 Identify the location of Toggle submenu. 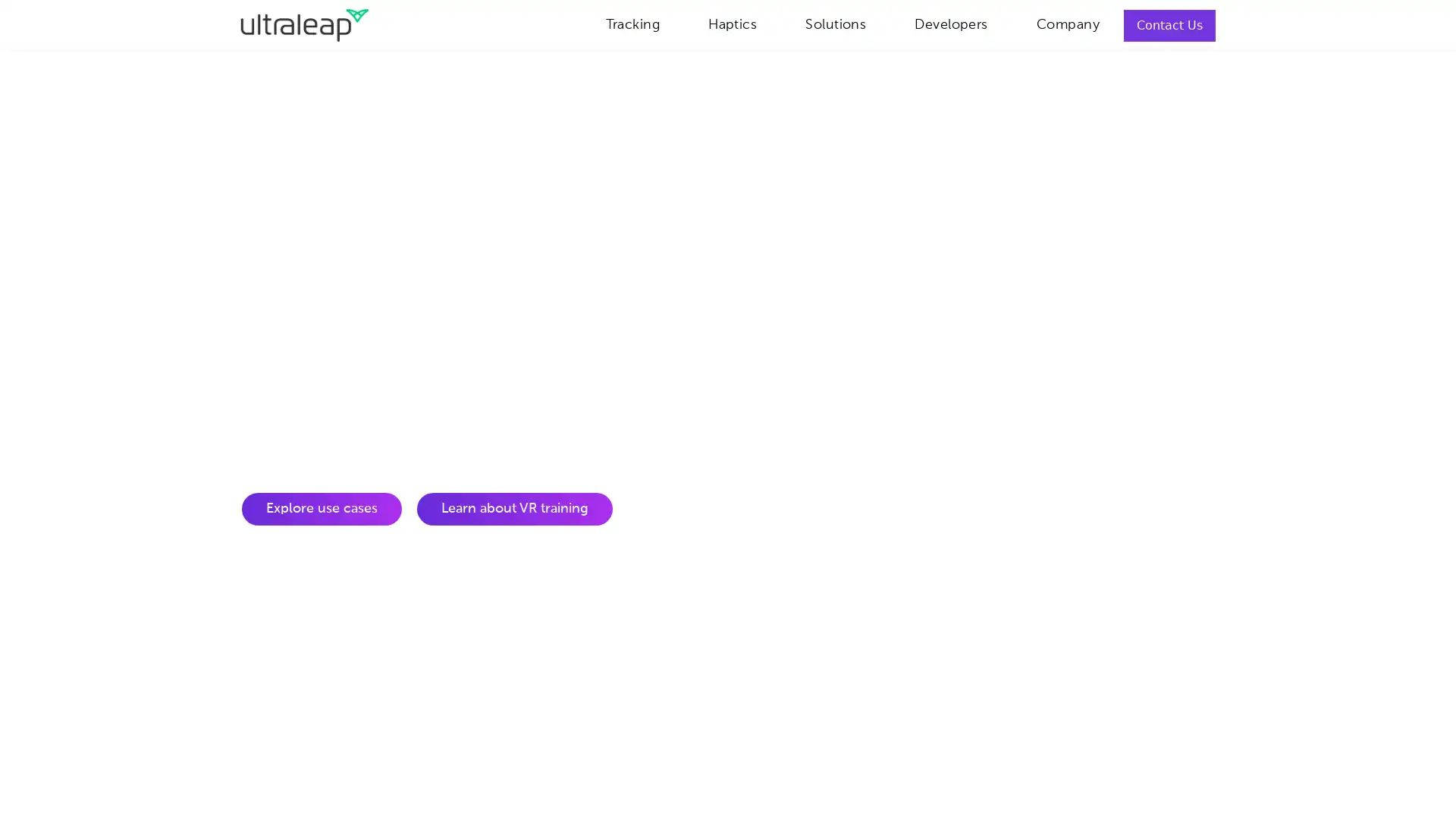
(1117, 23).